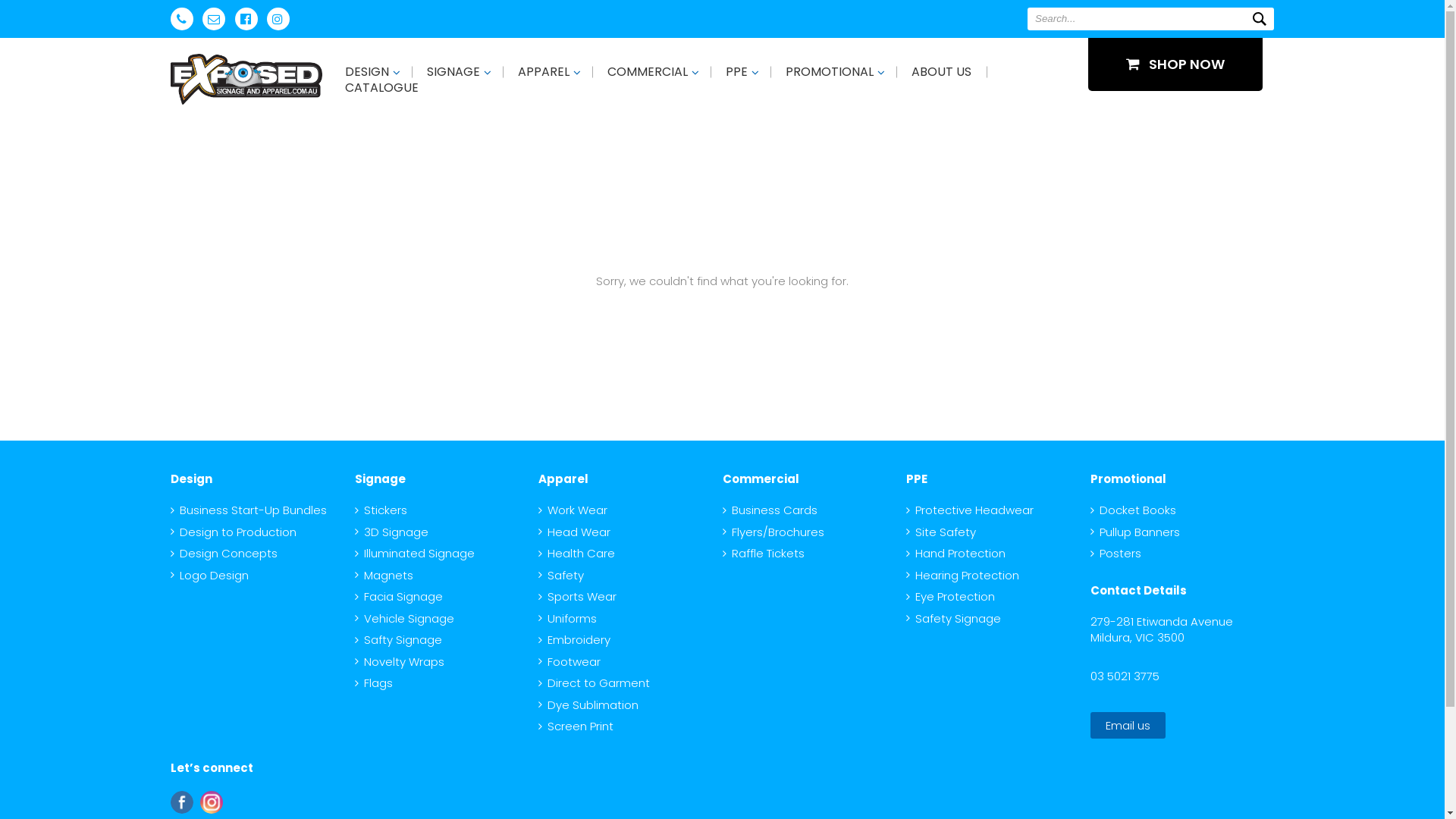  What do you see at coordinates (538, 510) in the screenshot?
I see `'Work Wear'` at bounding box center [538, 510].